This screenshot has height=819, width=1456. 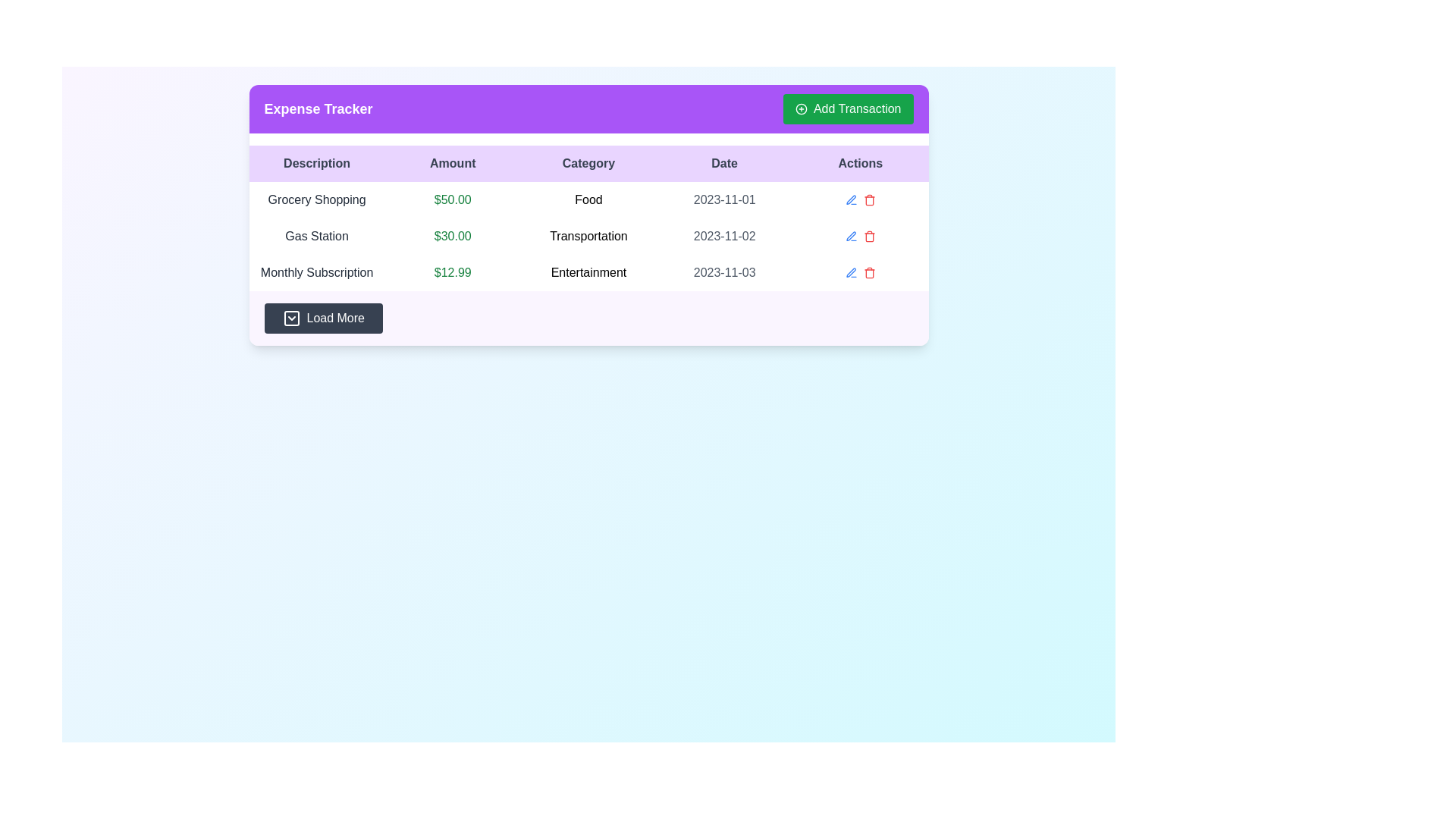 I want to click on the 'Gas Station' text label in the 'Description' column of the 'Expense Tracker' table, which is styled with medium font weight and gray color, so click(x=316, y=237).